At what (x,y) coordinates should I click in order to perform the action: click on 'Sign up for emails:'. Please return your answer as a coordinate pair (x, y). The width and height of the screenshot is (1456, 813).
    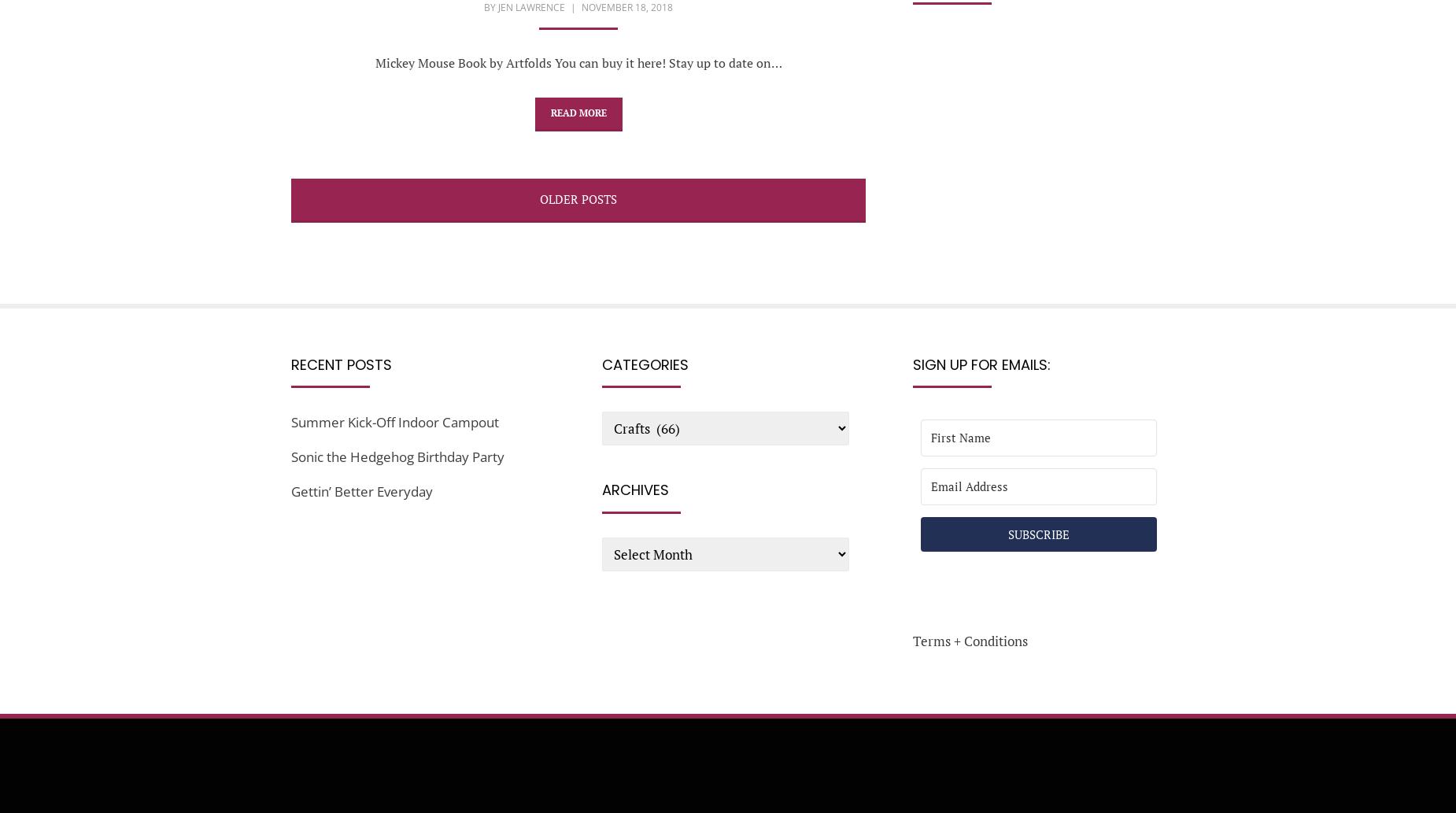
    Looking at the image, I should click on (981, 364).